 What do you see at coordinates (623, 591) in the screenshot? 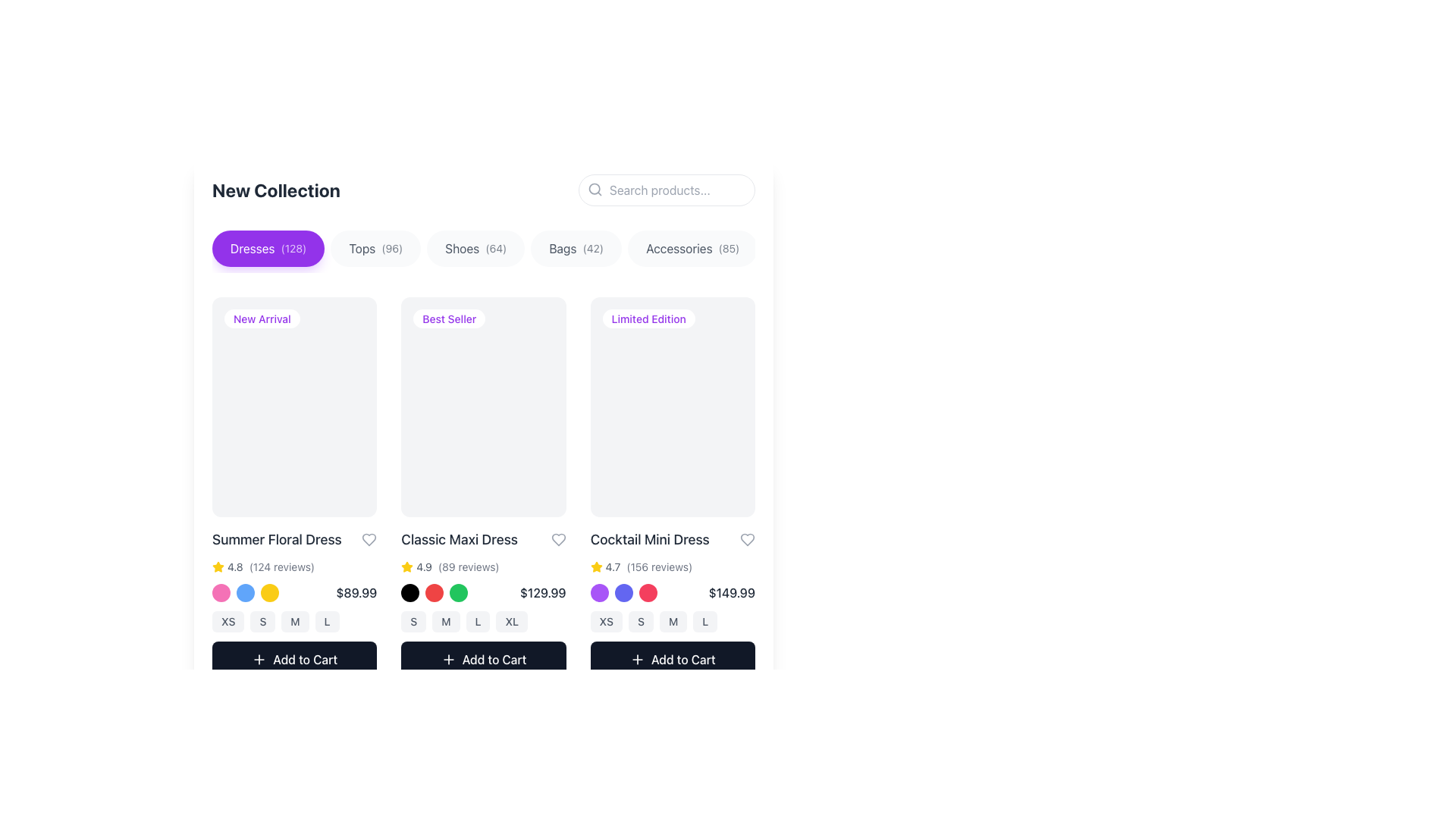
I see `the second circular color picker button for the 'Cocktail Mini Dress' product within its group of color options` at bounding box center [623, 591].